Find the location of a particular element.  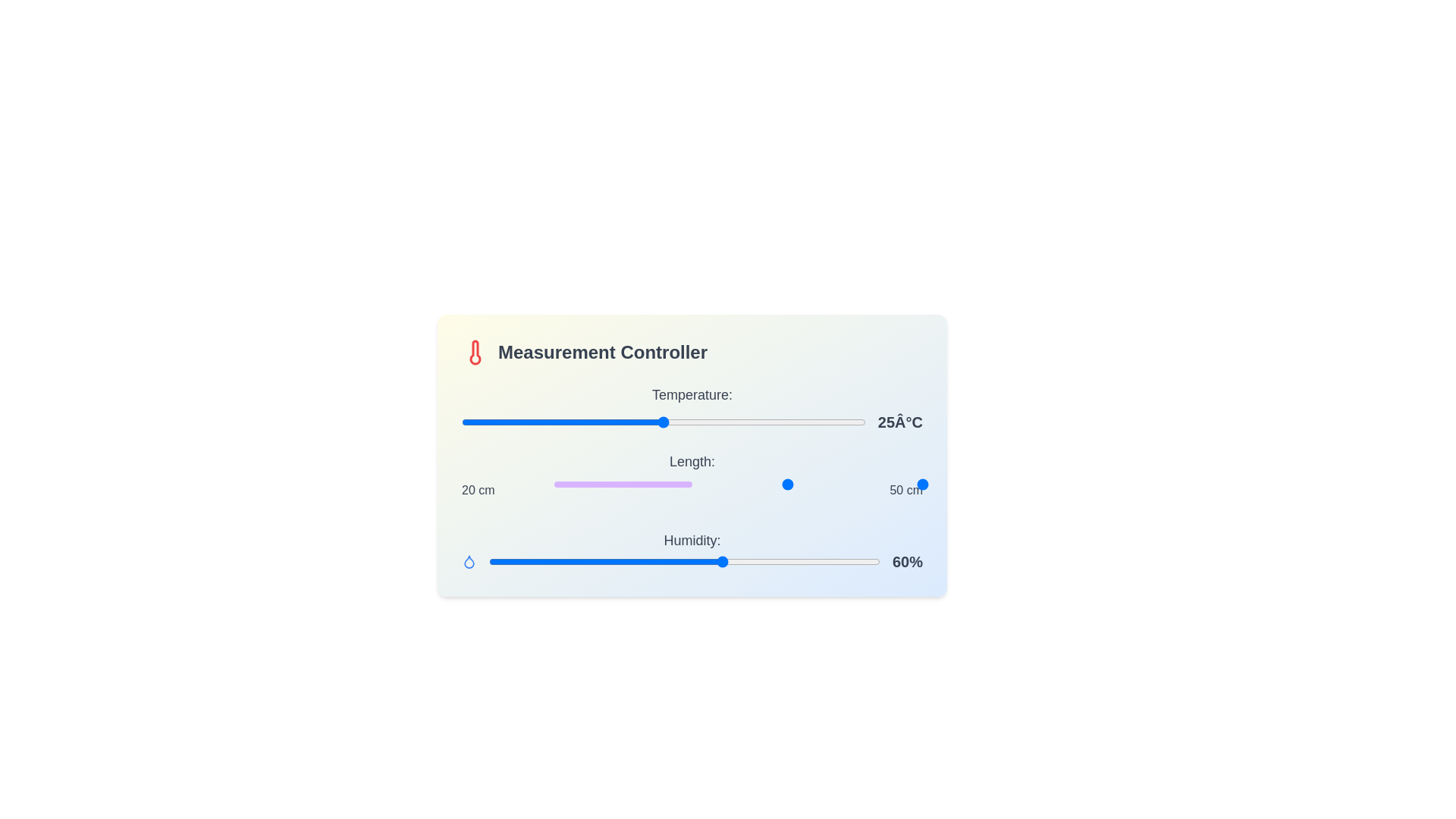

the slider value is located at coordinates (710, 485).